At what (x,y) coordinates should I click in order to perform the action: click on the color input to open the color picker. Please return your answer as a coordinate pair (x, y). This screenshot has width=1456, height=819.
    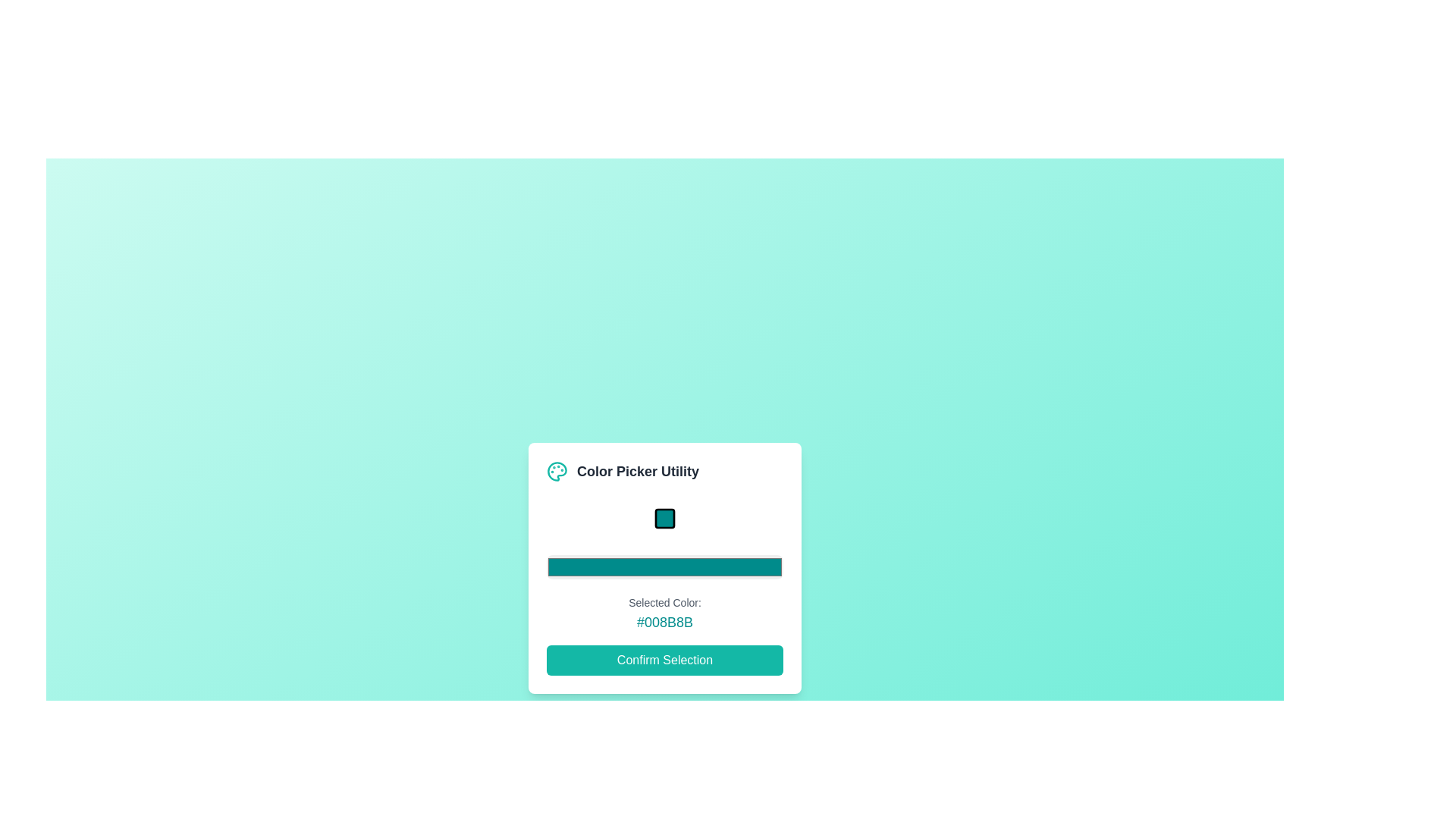
    Looking at the image, I should click on (665, 566).